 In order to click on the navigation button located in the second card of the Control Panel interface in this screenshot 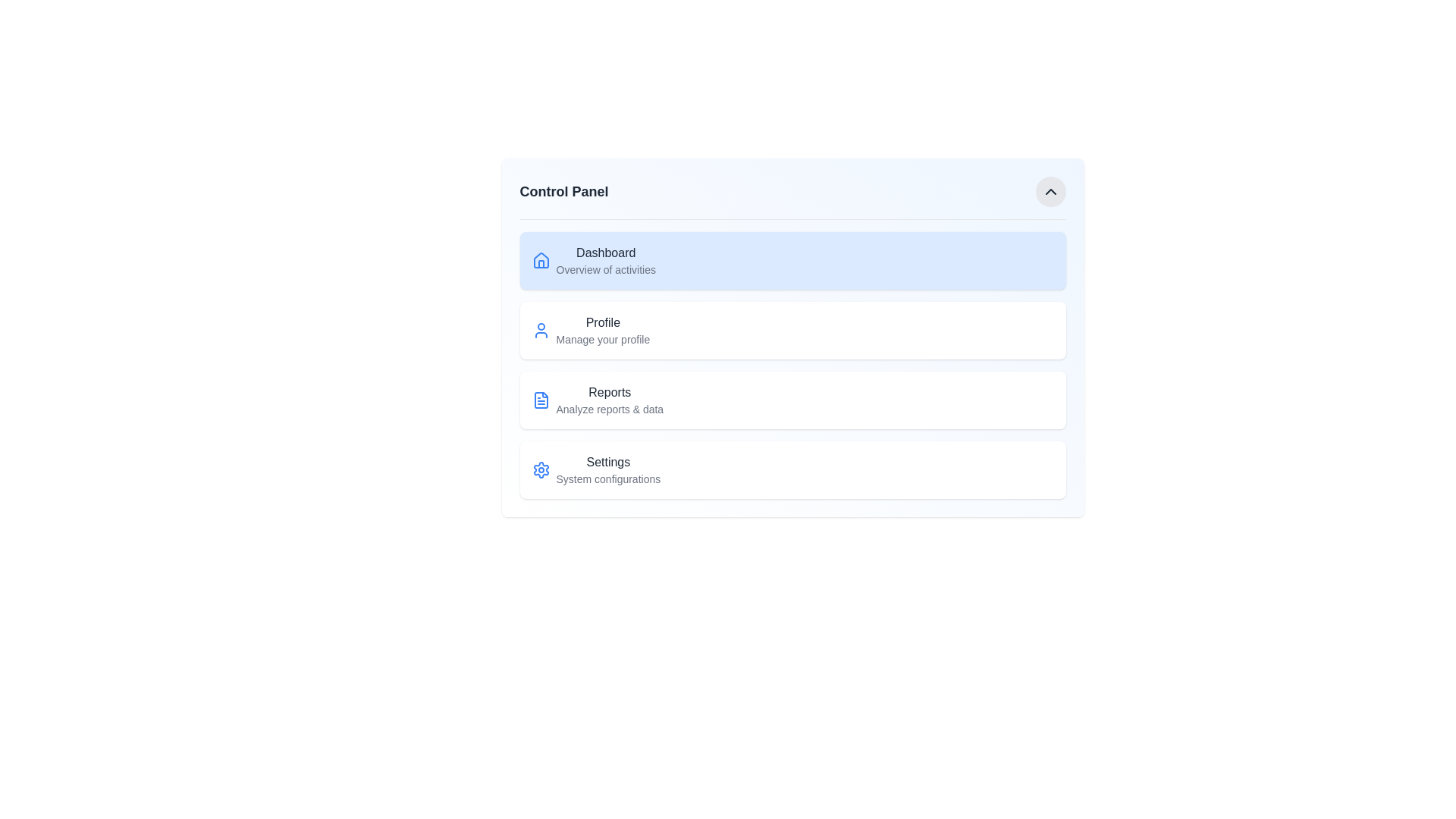, I will do `click(792, 329)`.